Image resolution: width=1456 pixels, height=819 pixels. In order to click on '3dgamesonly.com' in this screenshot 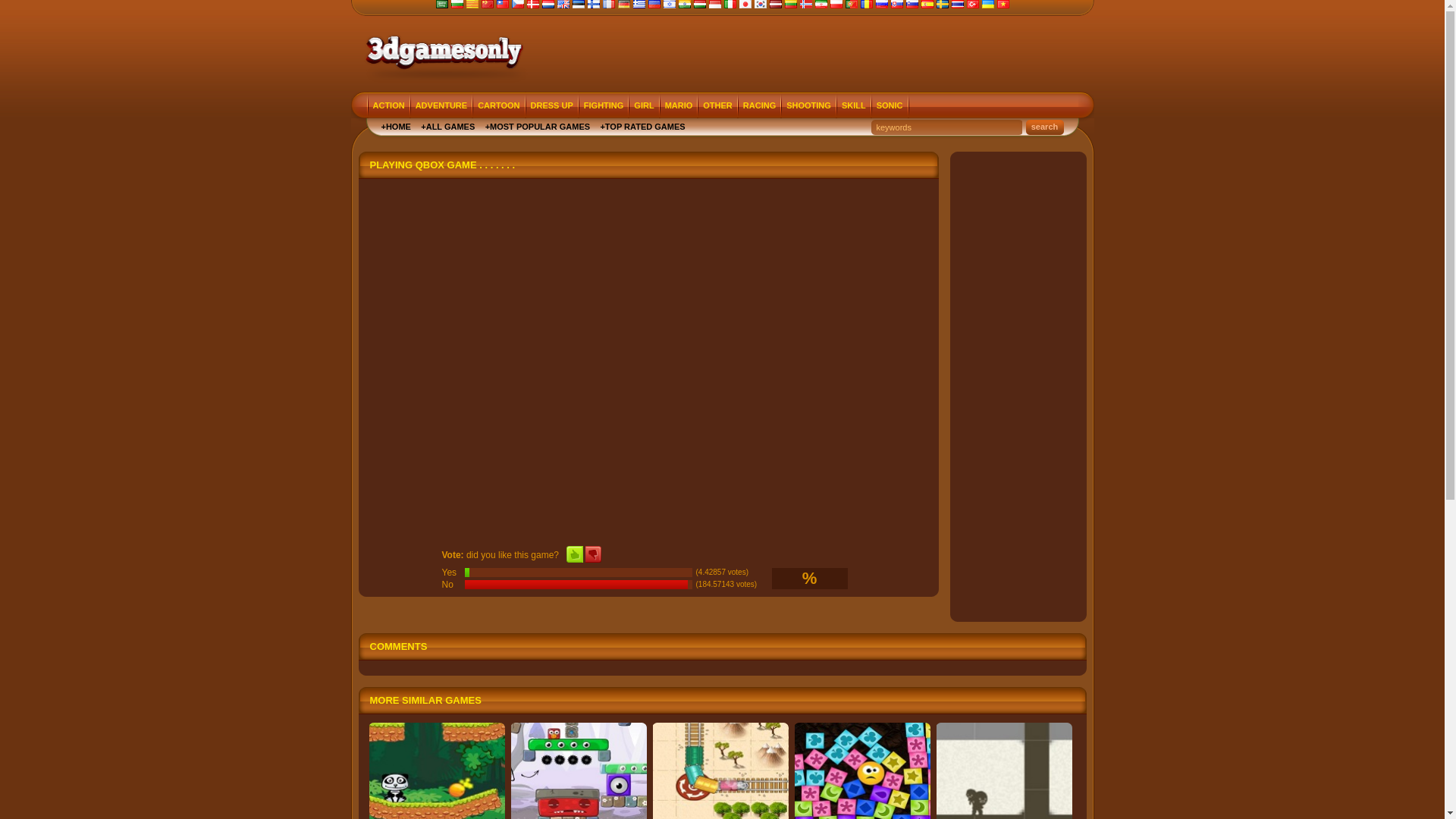, I will do `click(441, 49)`.